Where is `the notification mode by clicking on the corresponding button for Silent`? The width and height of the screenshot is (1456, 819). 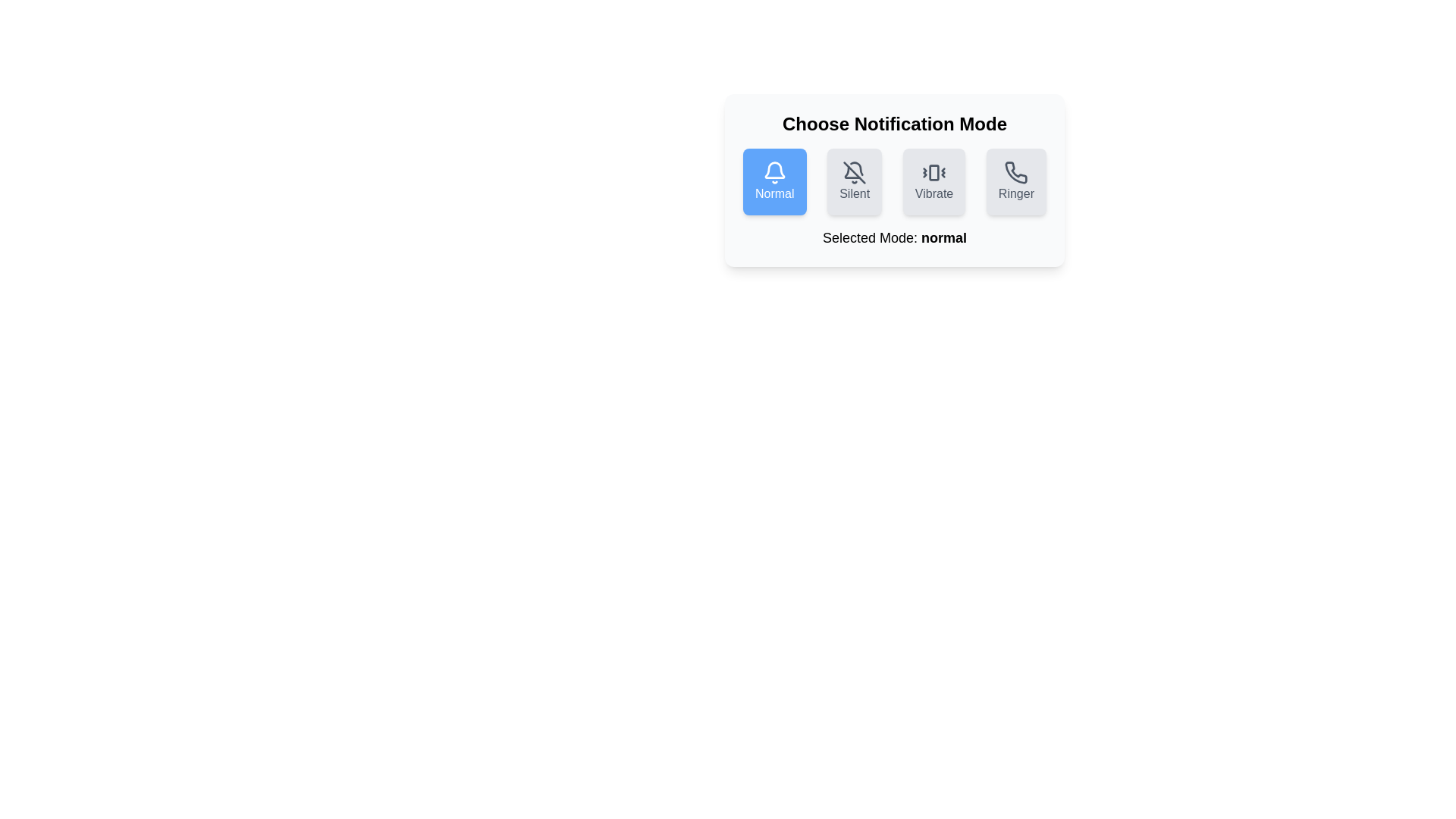
the notification mode by clicking on the corresponding button for Silent is located at coordinates (855, 180).